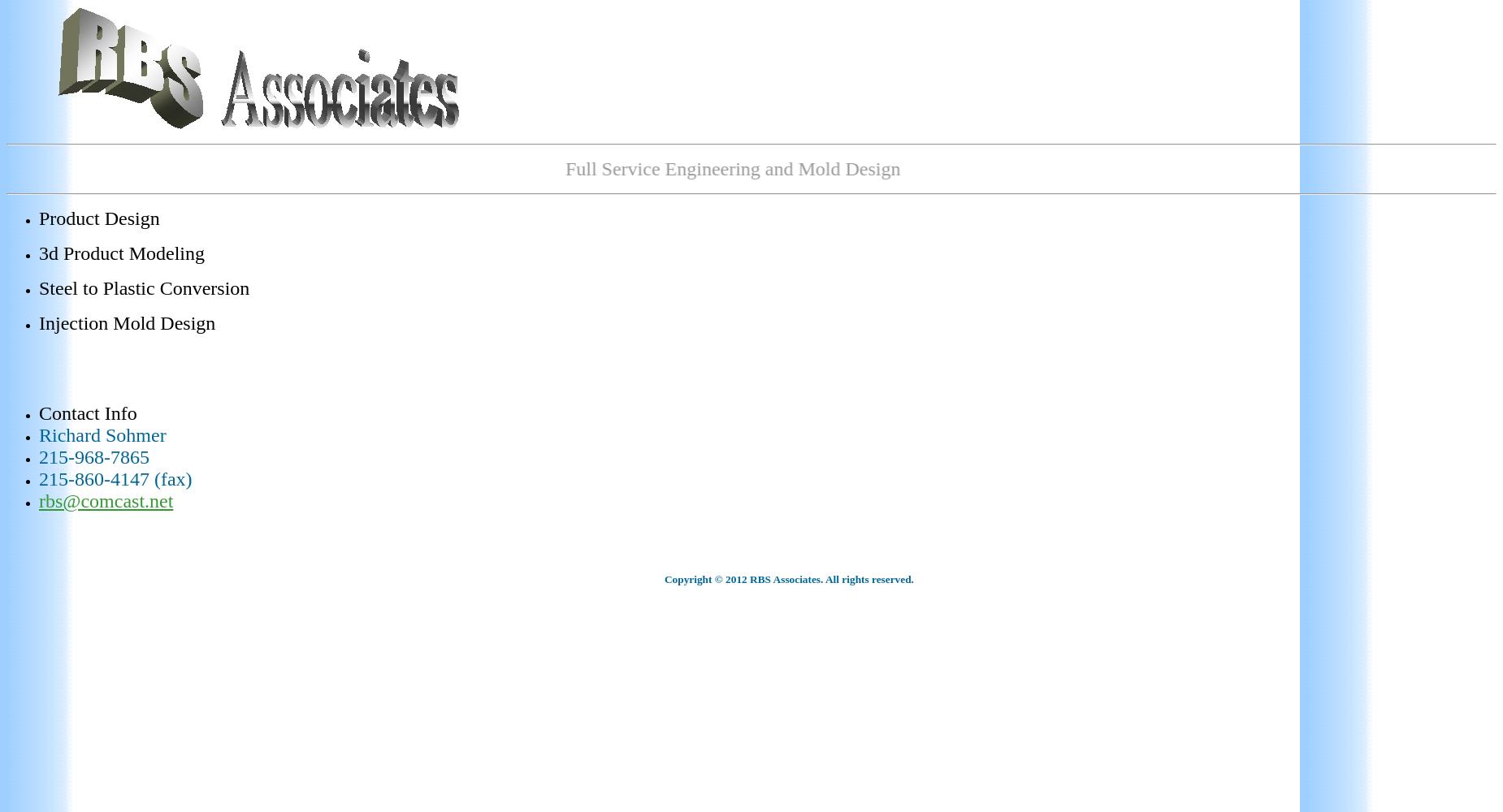 Image resolution: width=1503 pixels, height=812 pixels. What do you see at coordinates (143, 287) in the screenshot?
I see `'Steel to Plastic Conversion'` at bounding box center [143, 287].